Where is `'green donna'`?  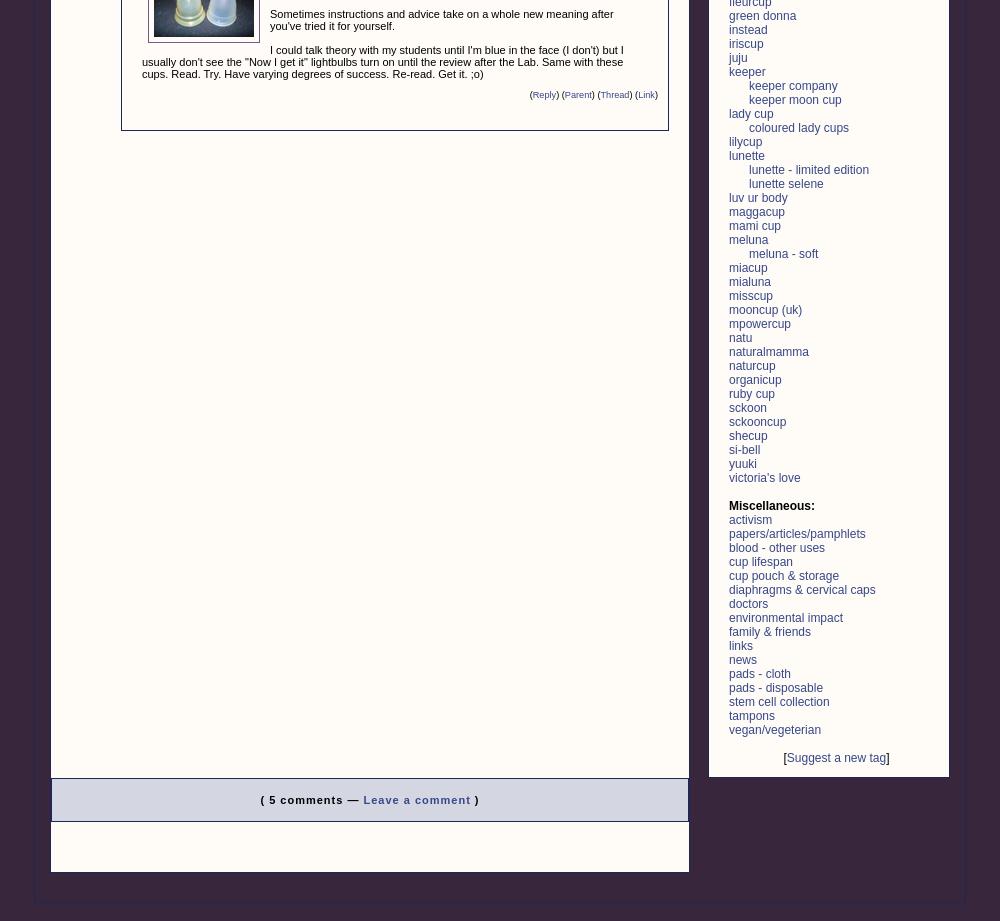 'green donna' is located at coordinates (762, 16).